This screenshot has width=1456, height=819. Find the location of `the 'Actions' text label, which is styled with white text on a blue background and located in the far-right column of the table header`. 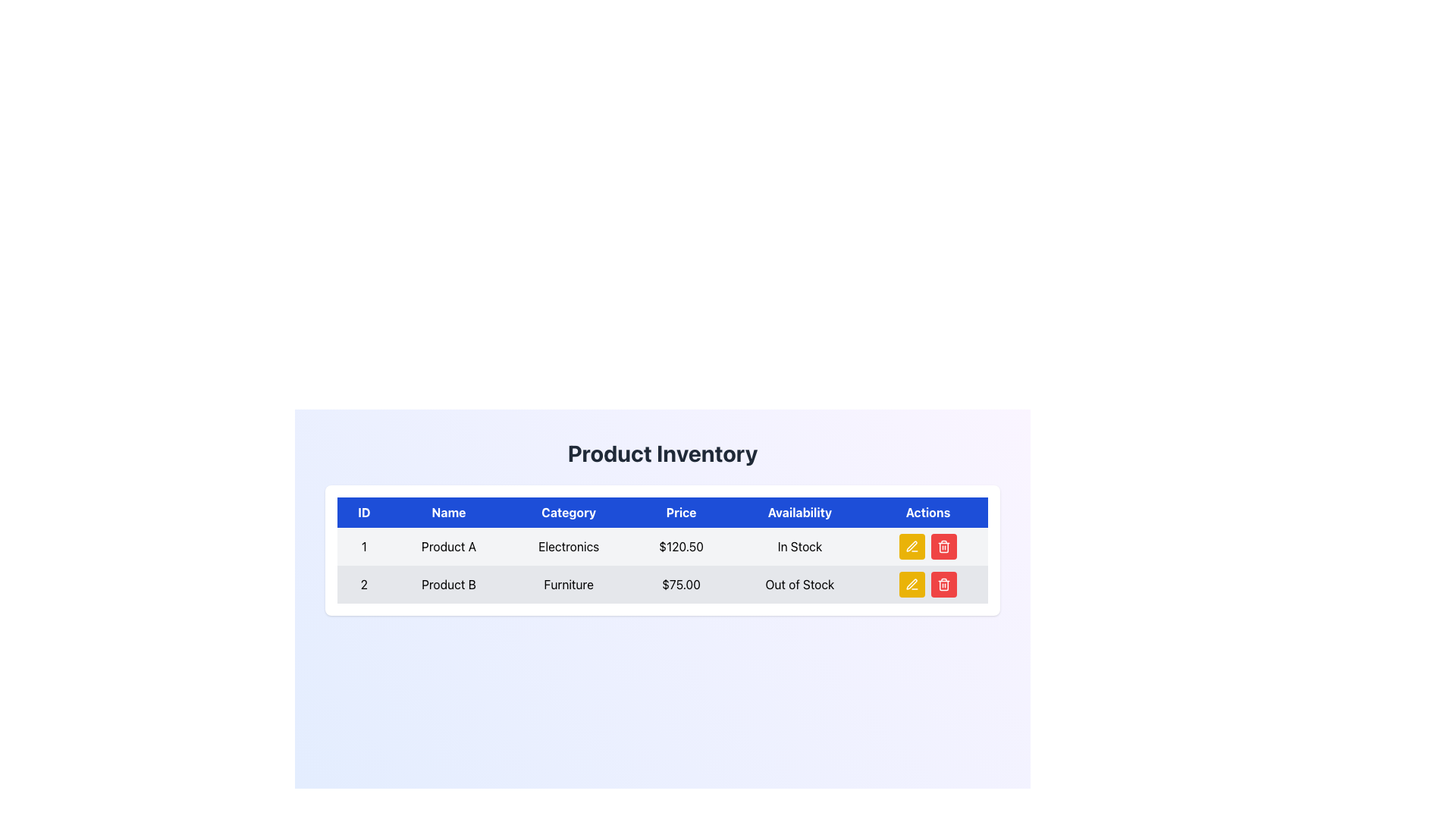

the 'Actions' text label, which is styled with white text on a blue background and located in the far-right column of the table header is located at coordinates (927, 512).